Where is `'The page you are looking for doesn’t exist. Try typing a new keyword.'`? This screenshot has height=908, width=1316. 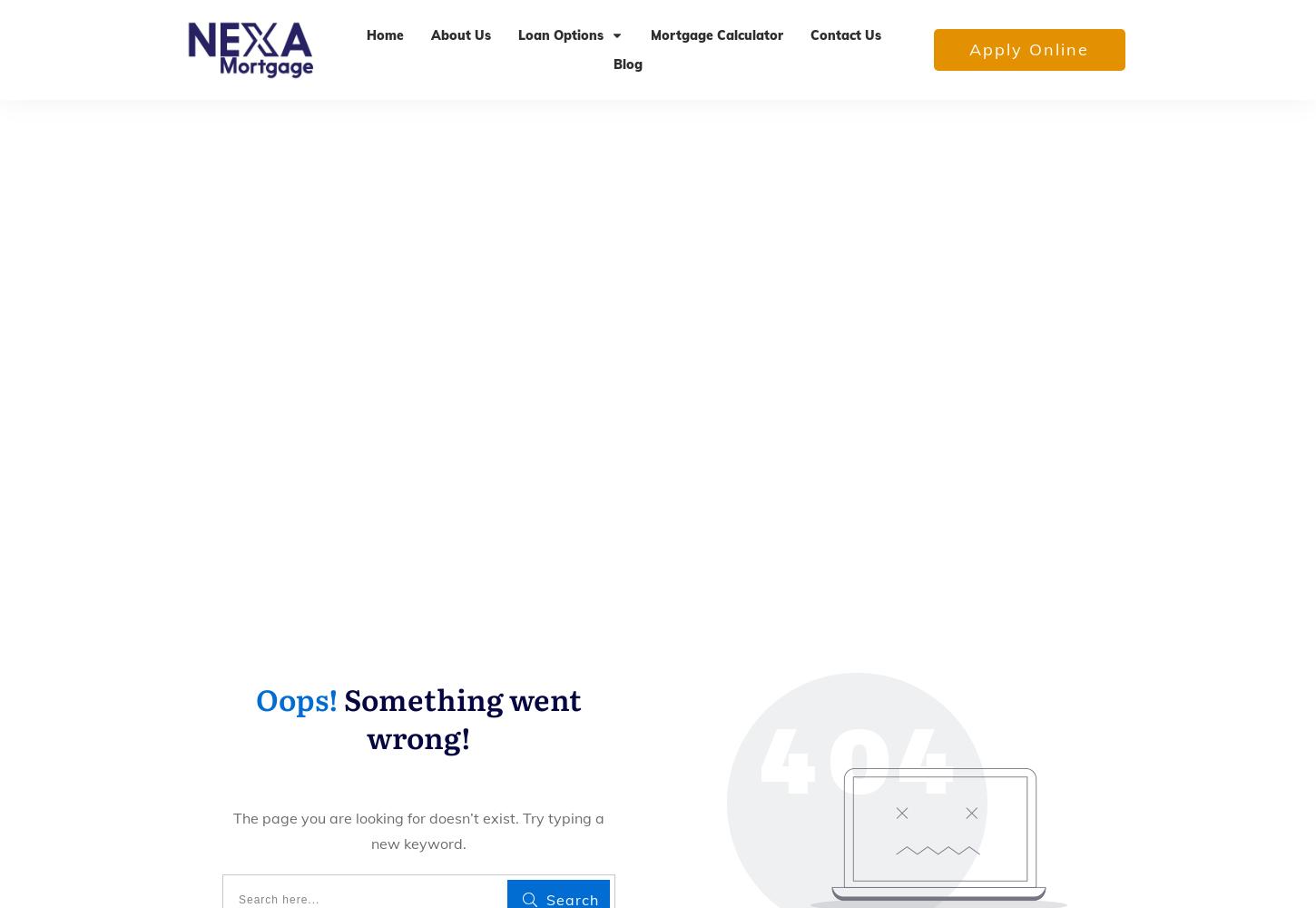 'The page you are looking for doesn’t exist. Try typing a new keyword.' is located at coordinates (417, 830).